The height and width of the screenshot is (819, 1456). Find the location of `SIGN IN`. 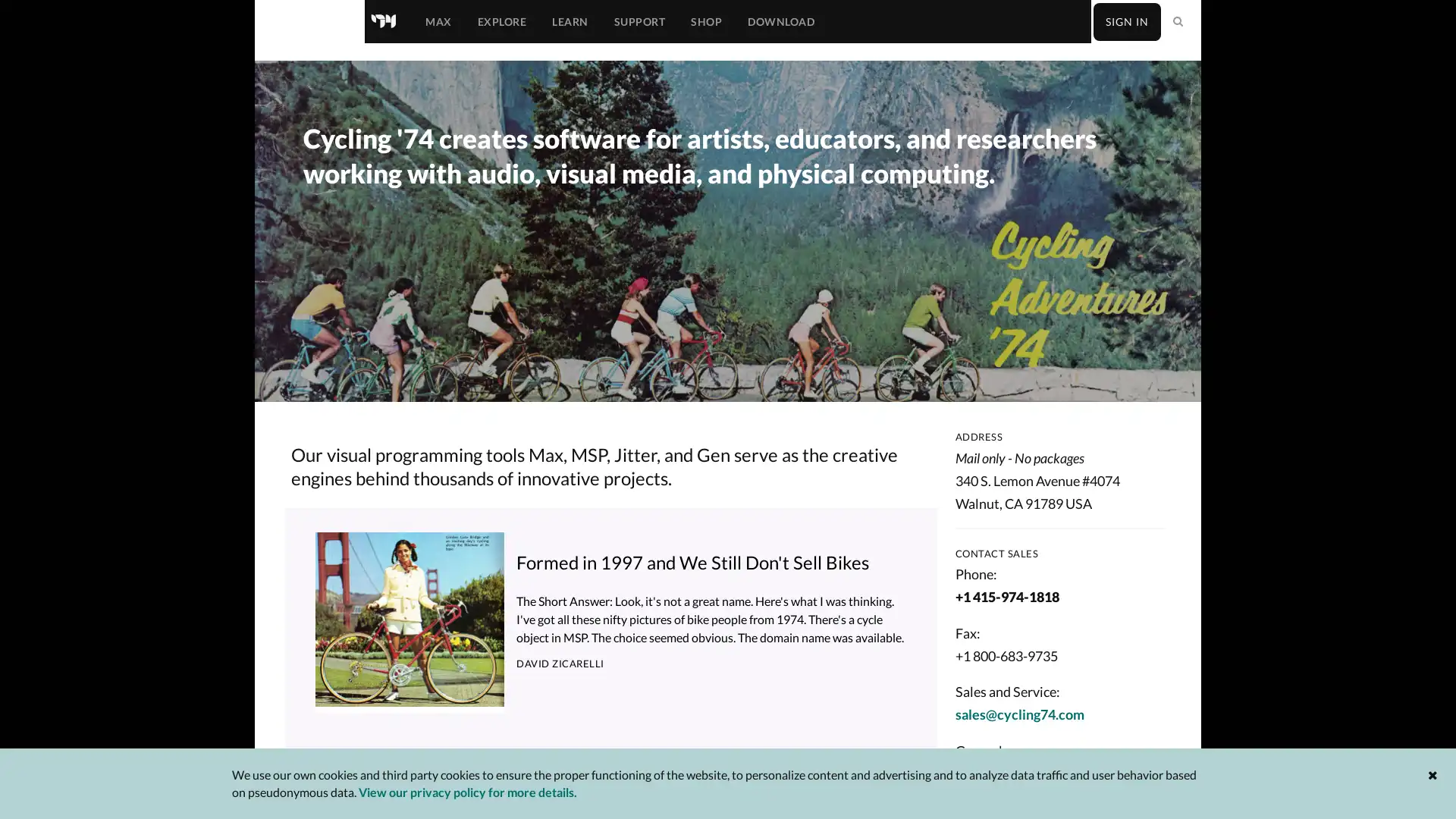

SIGN IN is located at coordinates (1127, 22).